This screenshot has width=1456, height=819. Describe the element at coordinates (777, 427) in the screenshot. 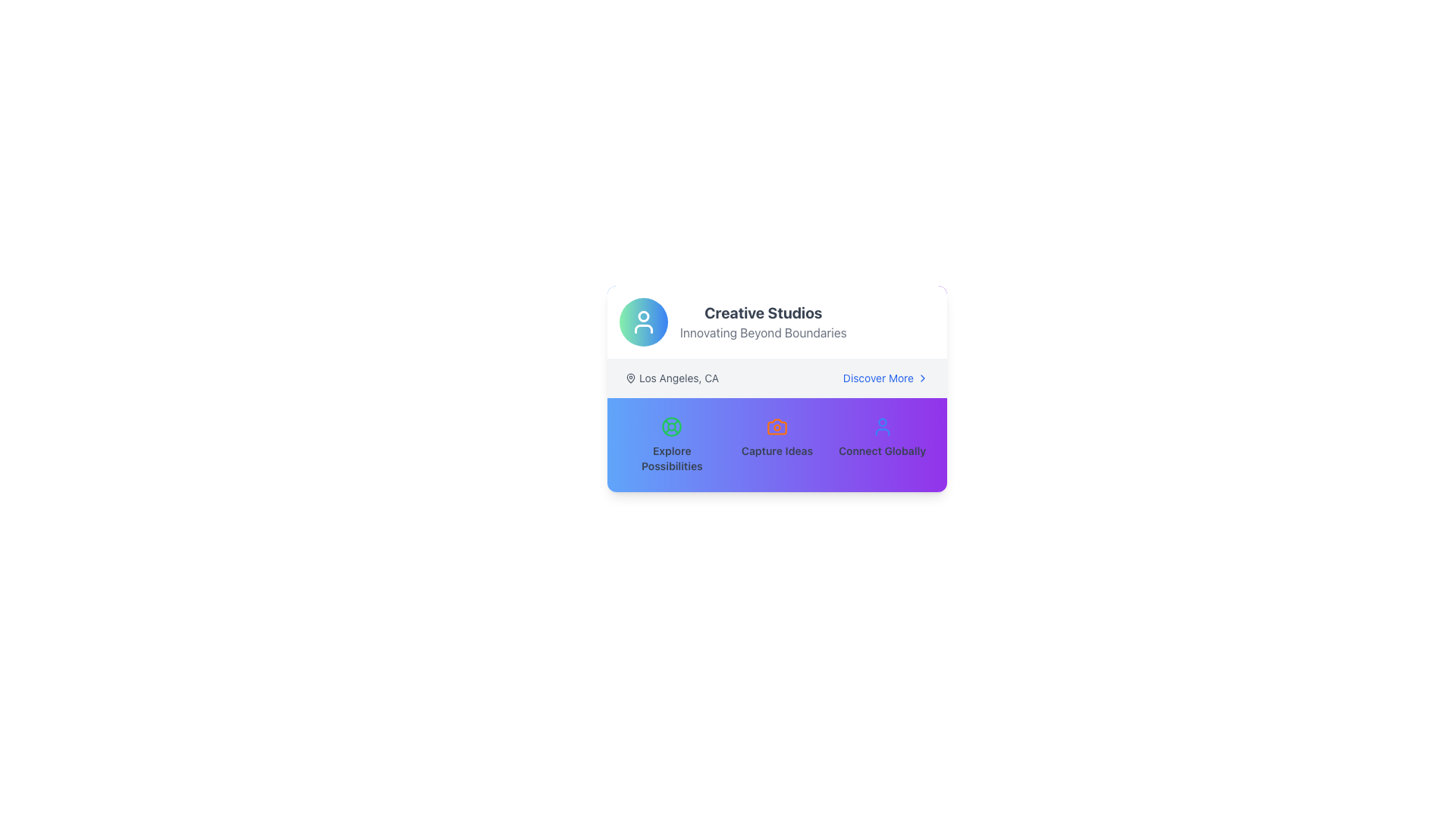

I see `the camera icon with an orange outline located in the 'Capture Ideas' section at the center of the card` at that location.